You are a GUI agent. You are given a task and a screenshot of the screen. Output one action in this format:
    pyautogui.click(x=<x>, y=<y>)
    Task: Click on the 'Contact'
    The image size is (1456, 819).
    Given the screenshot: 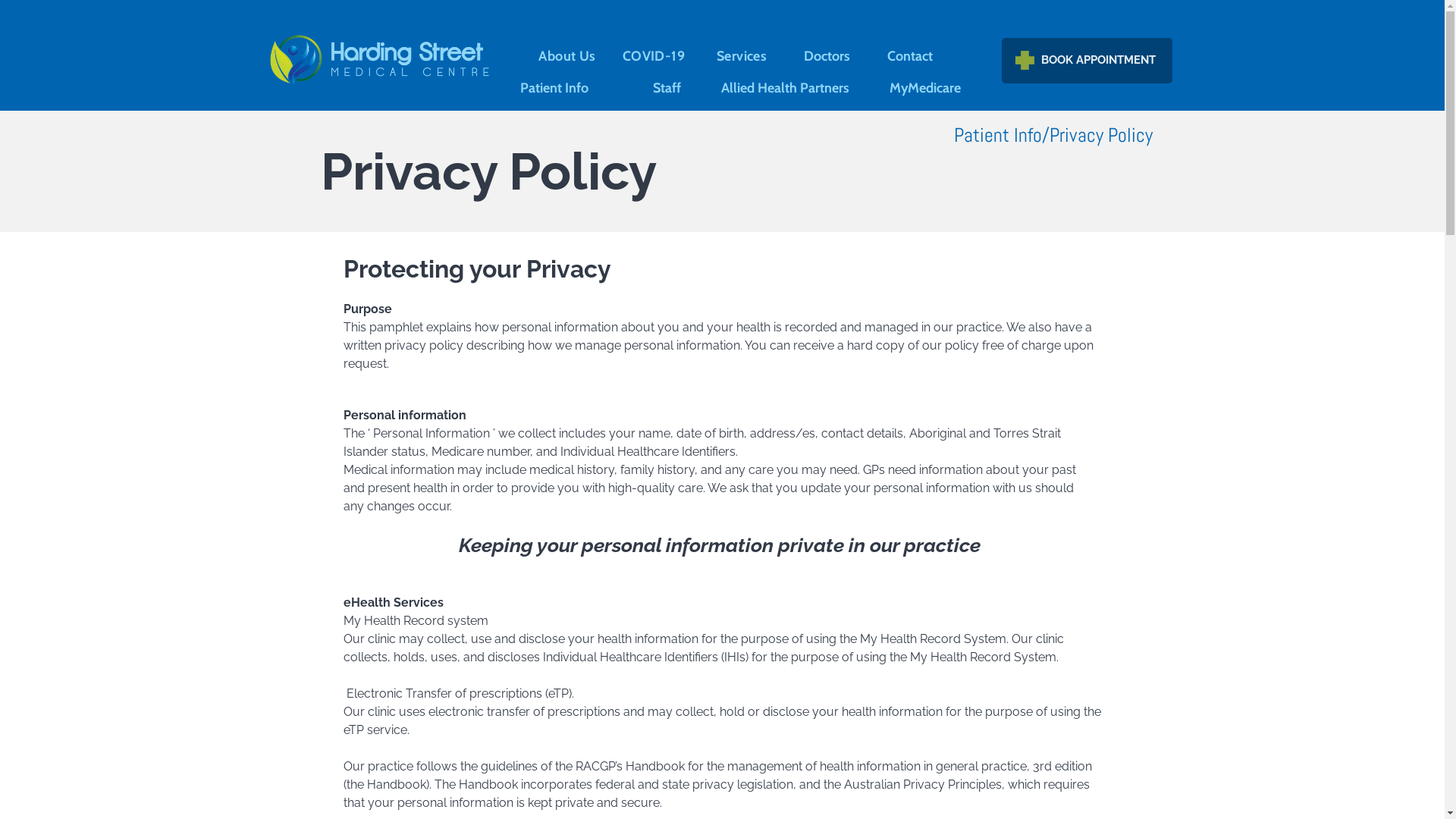 What is the action you would take?
    pyautogui.click(x=910, y=55)
    